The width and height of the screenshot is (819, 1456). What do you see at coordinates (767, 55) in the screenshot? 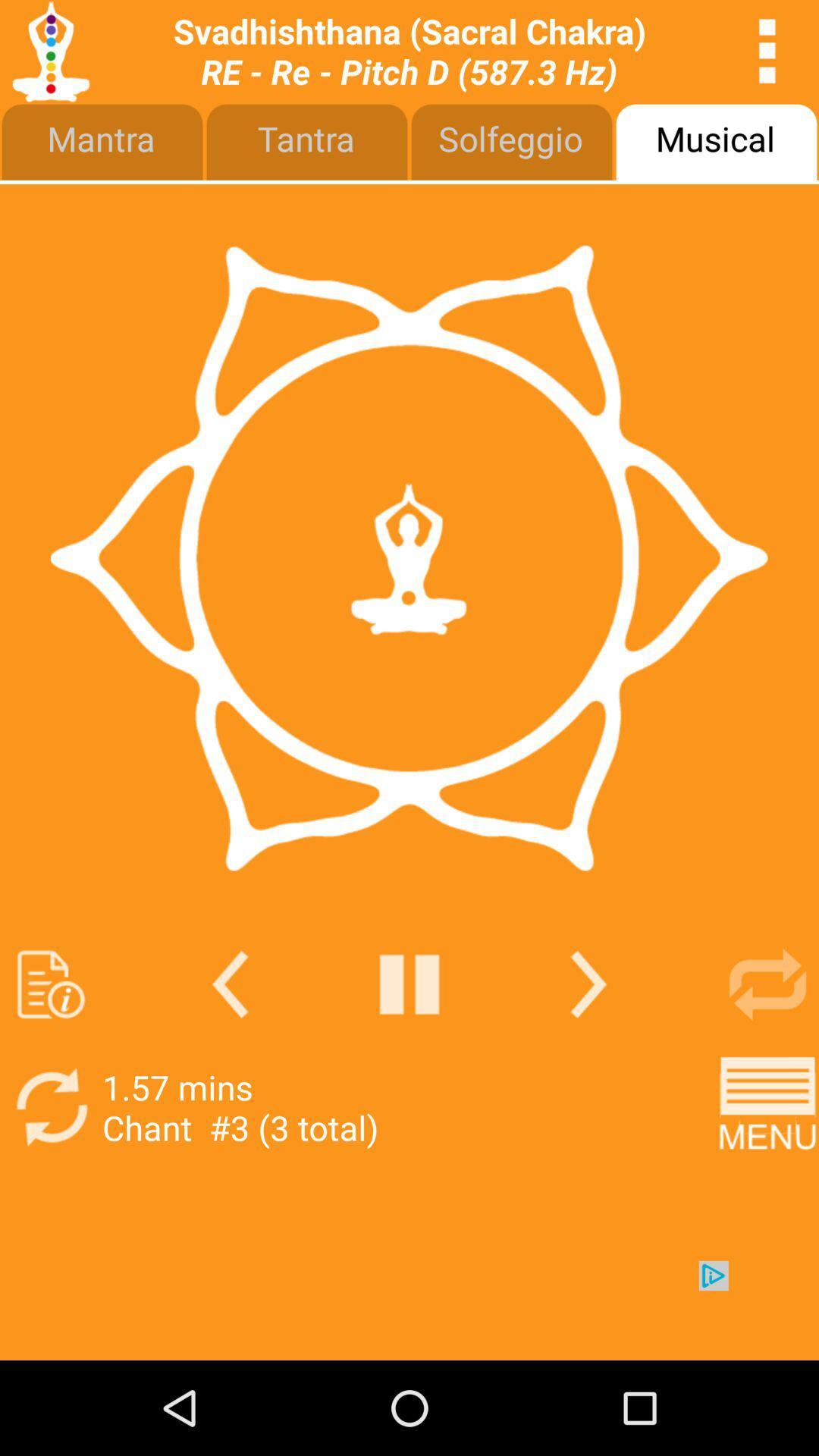
I see `the more icon` at bounding box center [767, 55].